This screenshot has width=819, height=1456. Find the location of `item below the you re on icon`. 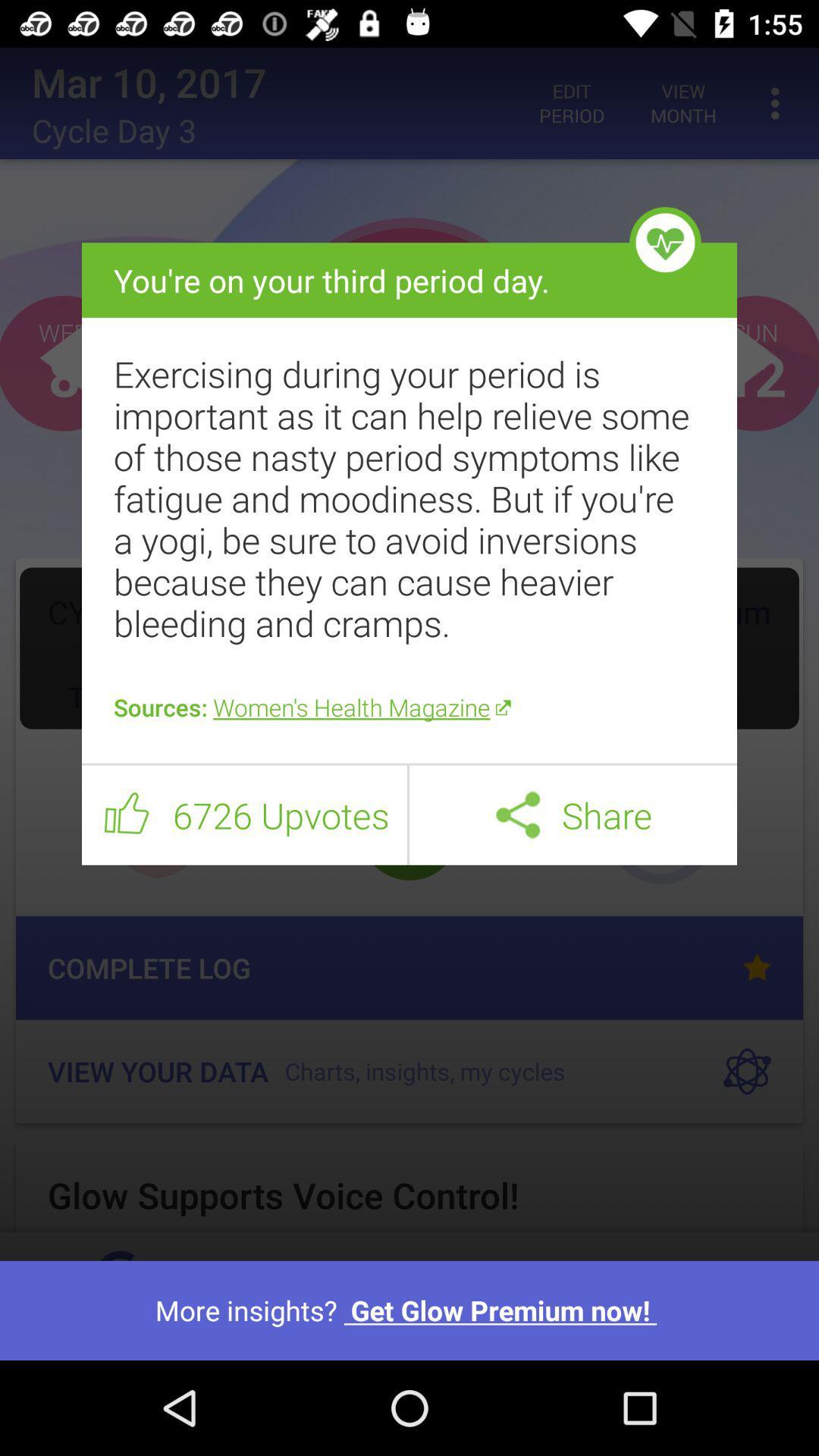

item below the you re on icon is located at coordinates (409, 498).